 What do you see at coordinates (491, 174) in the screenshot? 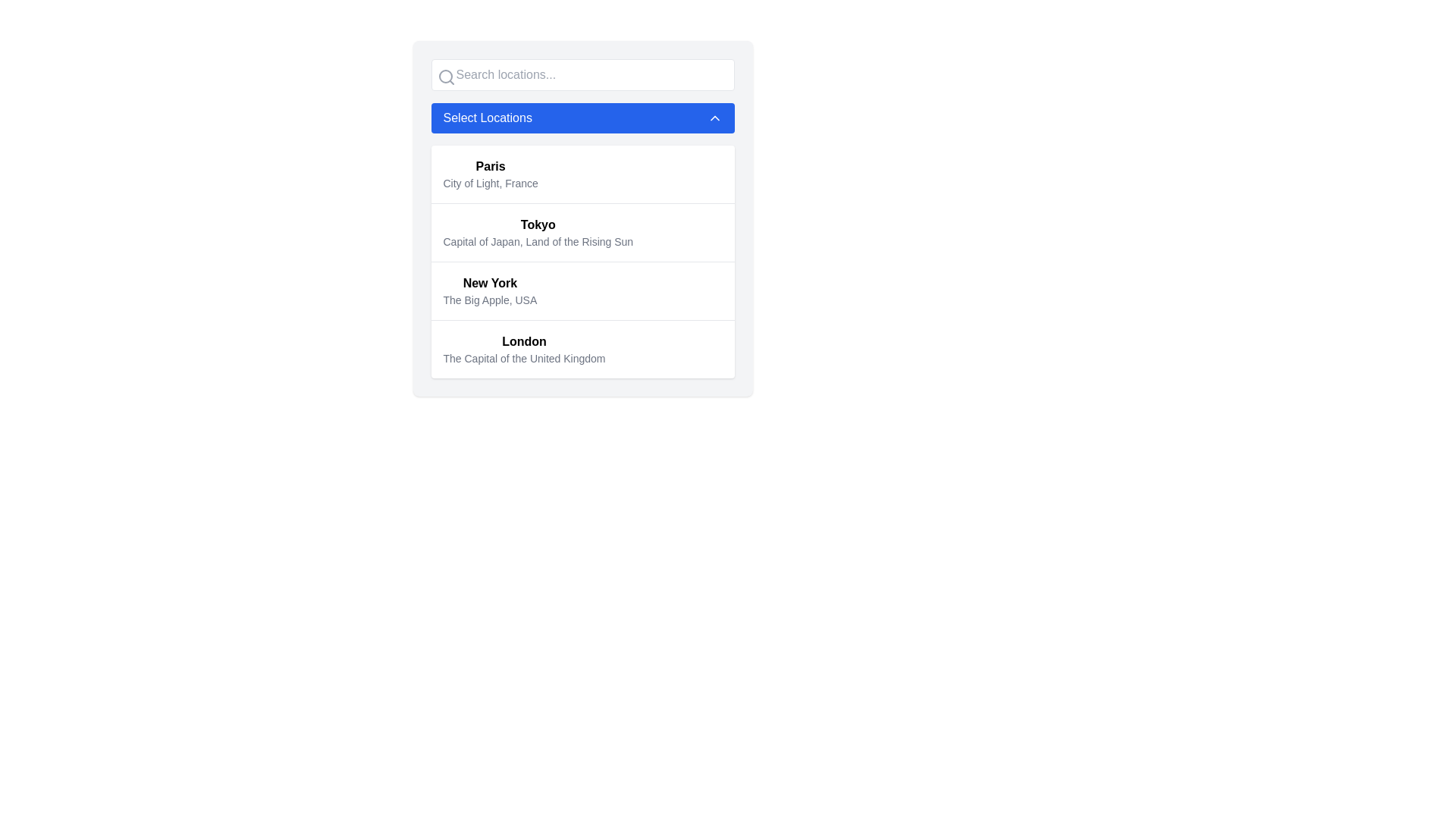
I see `the text-based list item representing the location 'Paris' in the first row under the header 'Select Locations.'` at bounding box center [491, 174].